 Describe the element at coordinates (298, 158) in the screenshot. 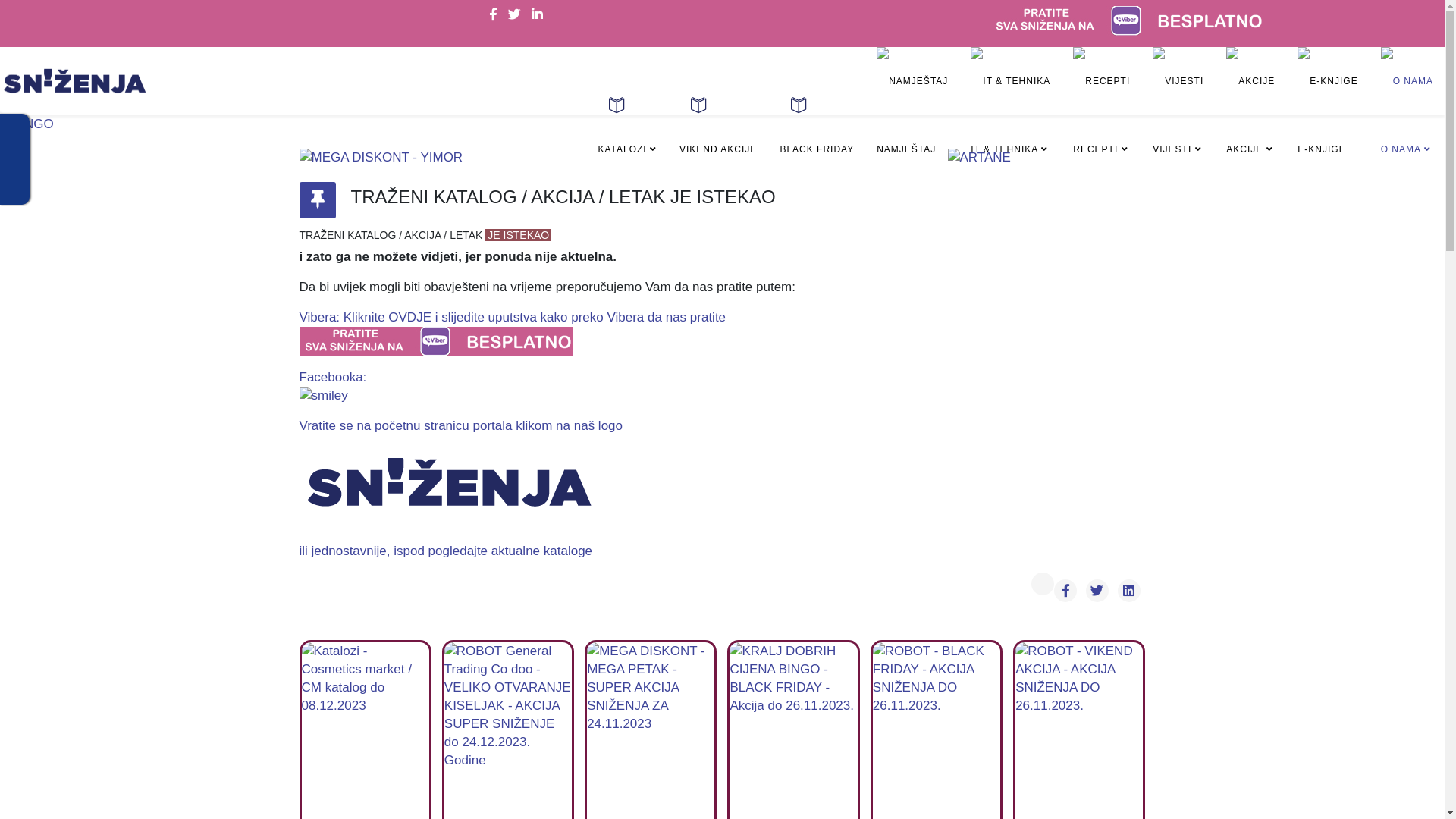

I see `'MEGA DISKONT - YIMOR'` at that location.